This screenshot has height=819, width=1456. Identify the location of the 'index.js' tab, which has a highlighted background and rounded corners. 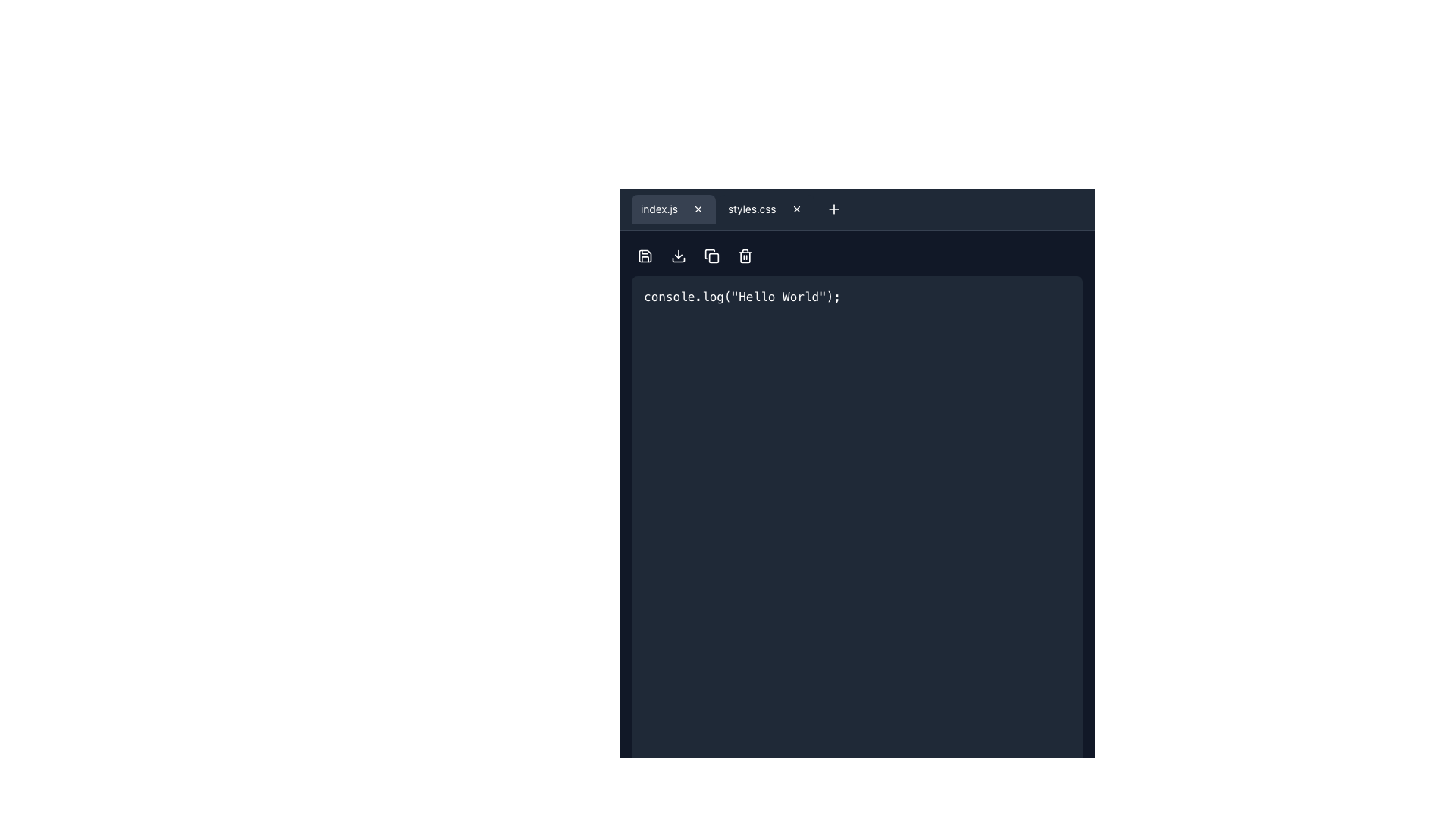
(673, 209).